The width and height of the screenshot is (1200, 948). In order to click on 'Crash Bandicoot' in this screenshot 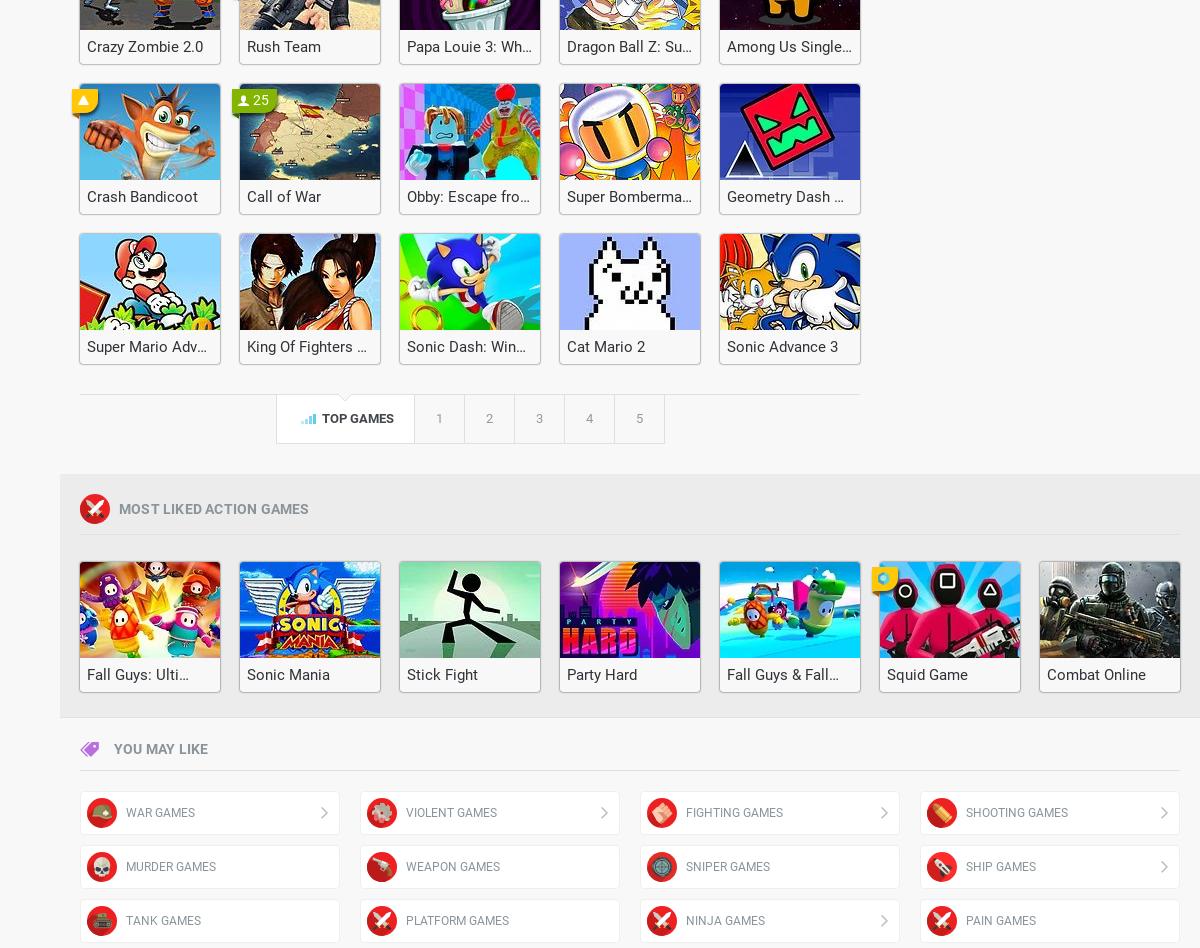, I will do `click(87, 195)`.